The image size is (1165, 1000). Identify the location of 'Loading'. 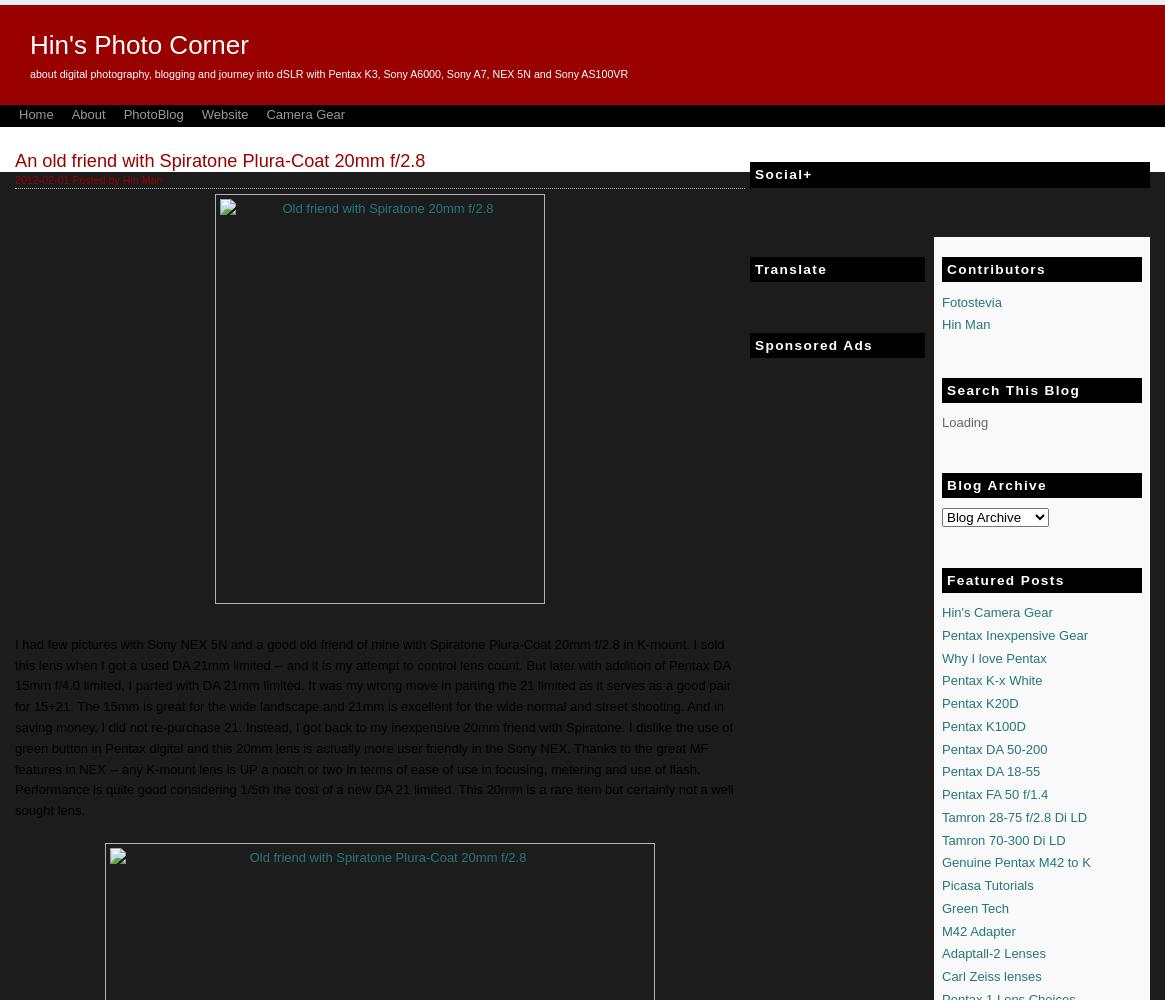
(964, 422).